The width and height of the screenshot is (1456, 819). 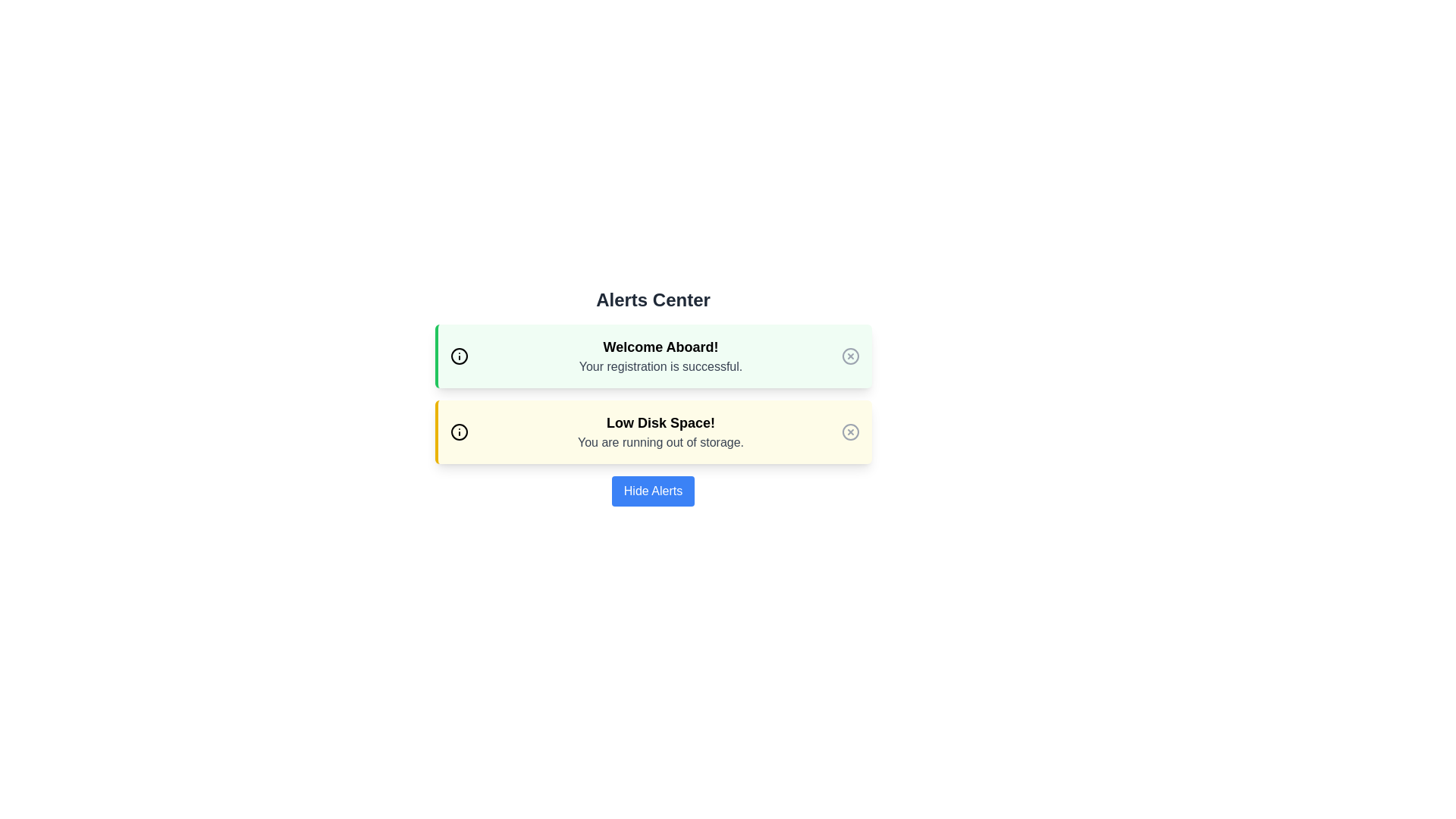 What do you see at coordinates (661, 366) in the screenshot?
I see `text label that displays 'Your registration is successful.' styled in gray, located below the title 'Welcome Aboard!' in a light green notification box` at bounding box center [661, 366].